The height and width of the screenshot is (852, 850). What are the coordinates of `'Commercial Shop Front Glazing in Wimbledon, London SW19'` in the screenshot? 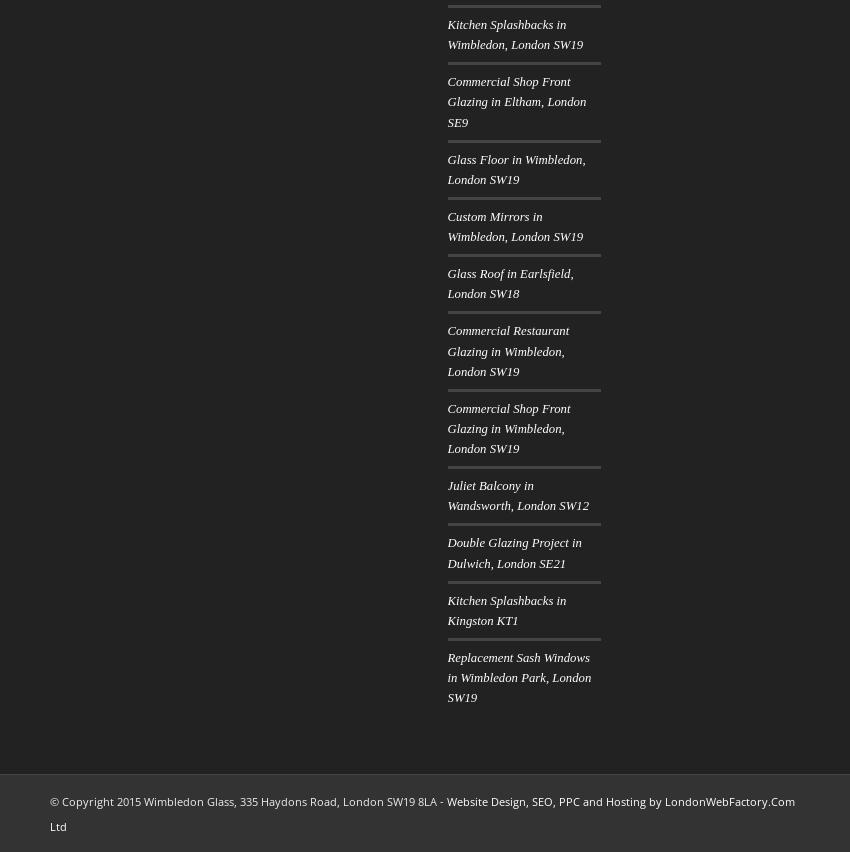 It's located at (508, 427).